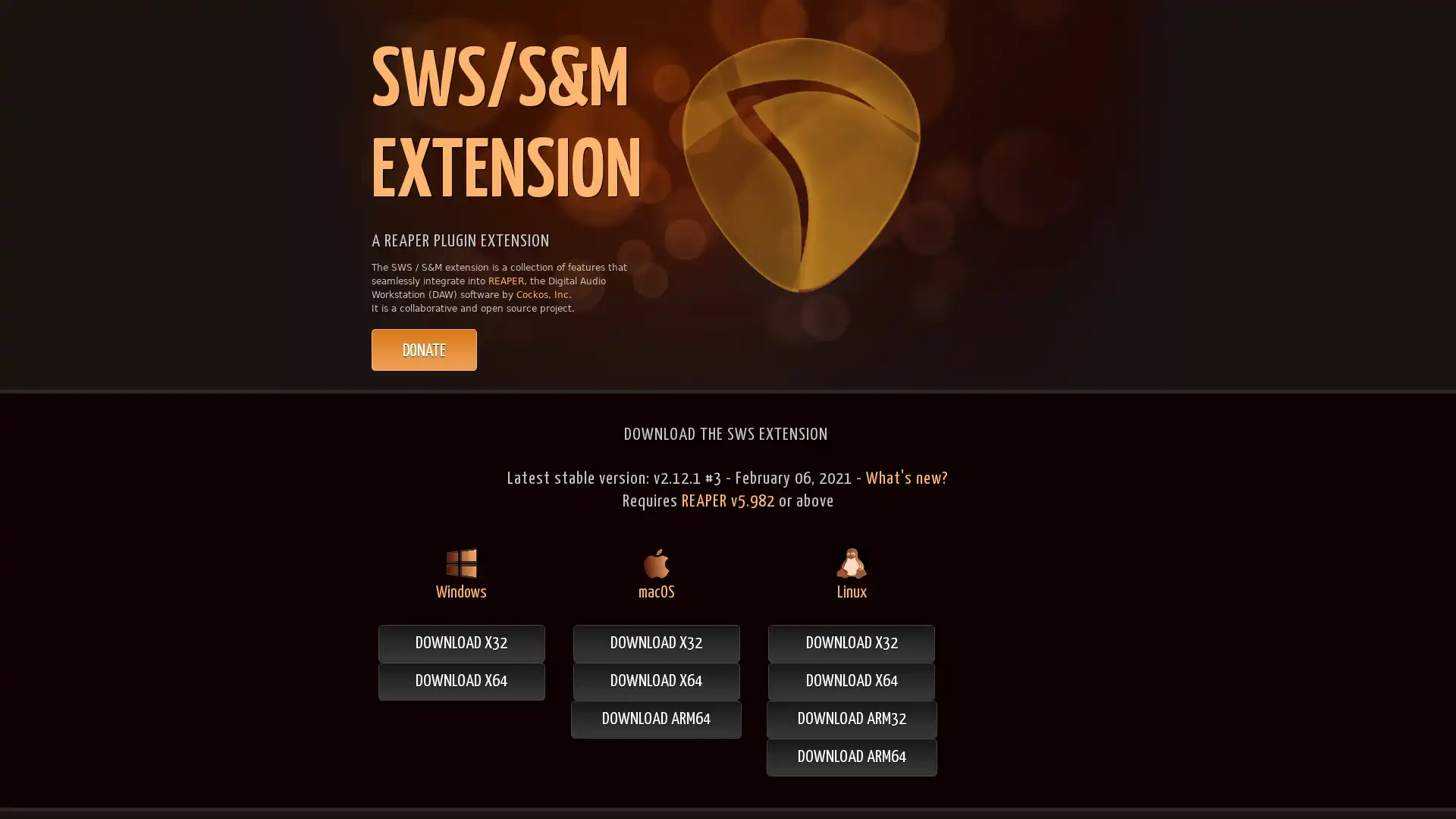 The image size is (1456, 819). I want to click on PayPal, so click(424, 350).